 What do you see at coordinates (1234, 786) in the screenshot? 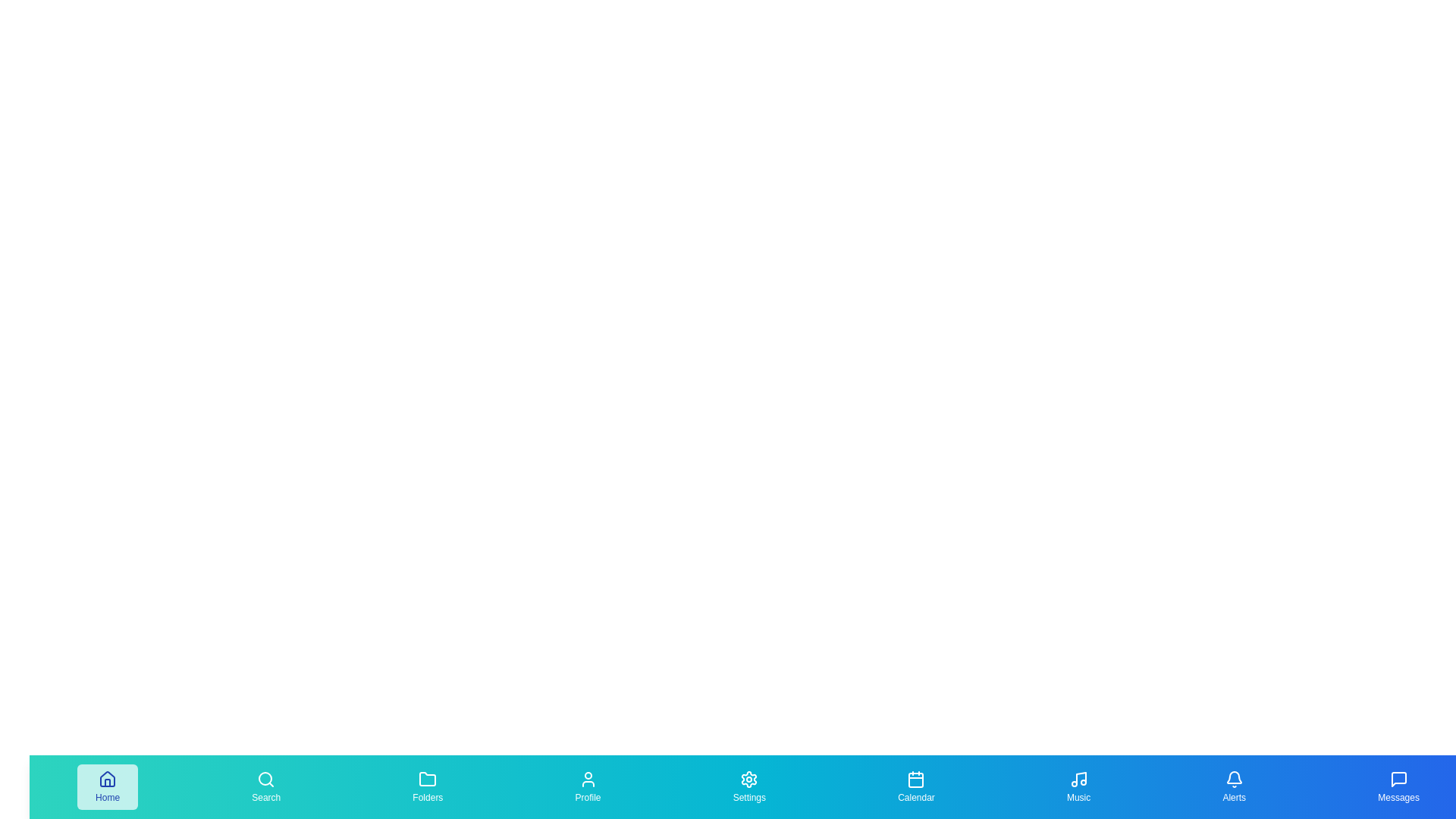
I see `the 'Alerts' tab to activate it` at bounding box center [1234, 786].